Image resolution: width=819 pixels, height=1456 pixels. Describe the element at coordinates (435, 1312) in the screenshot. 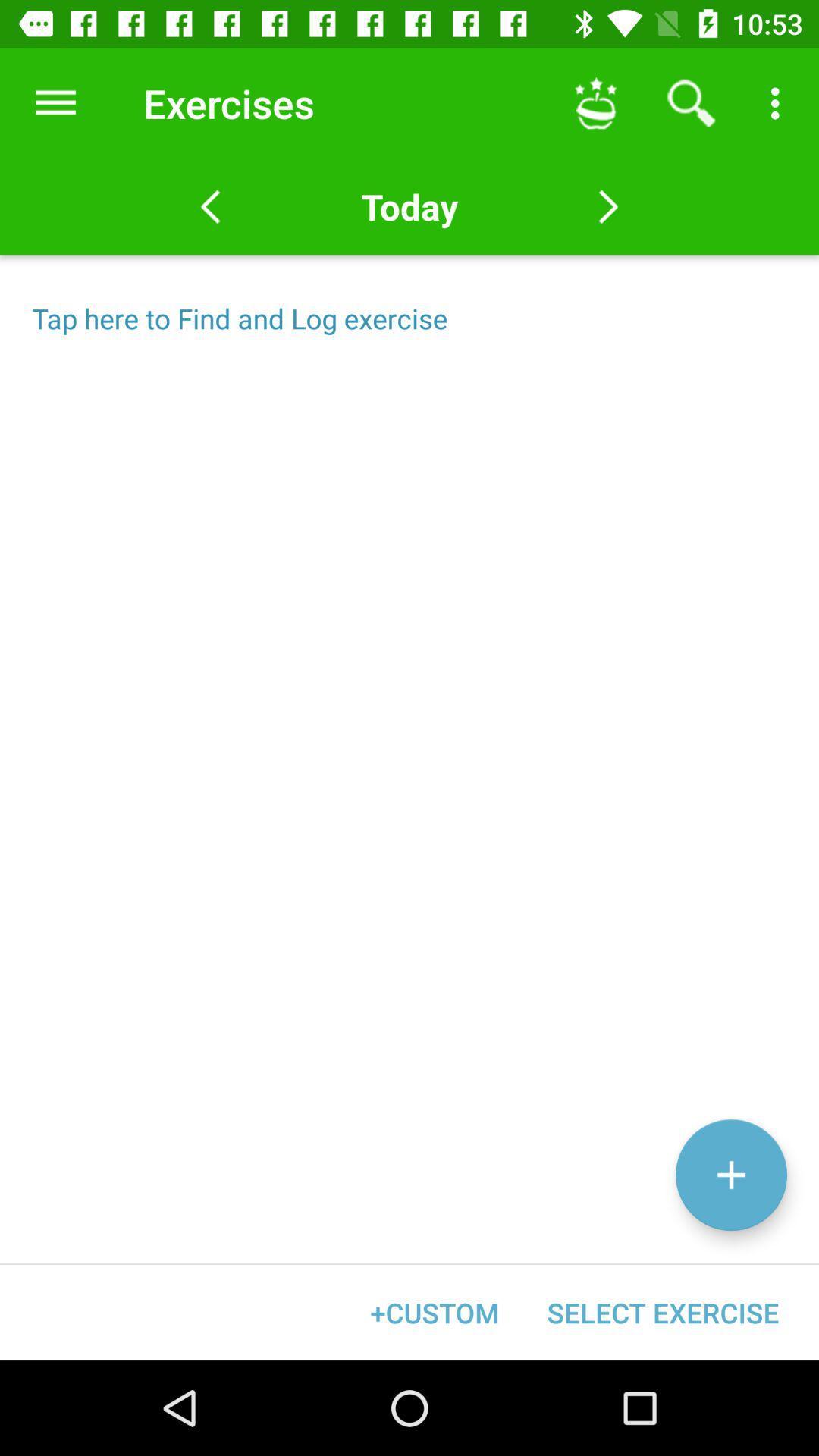

I see `icon to the left of the select exercise item` at that location.